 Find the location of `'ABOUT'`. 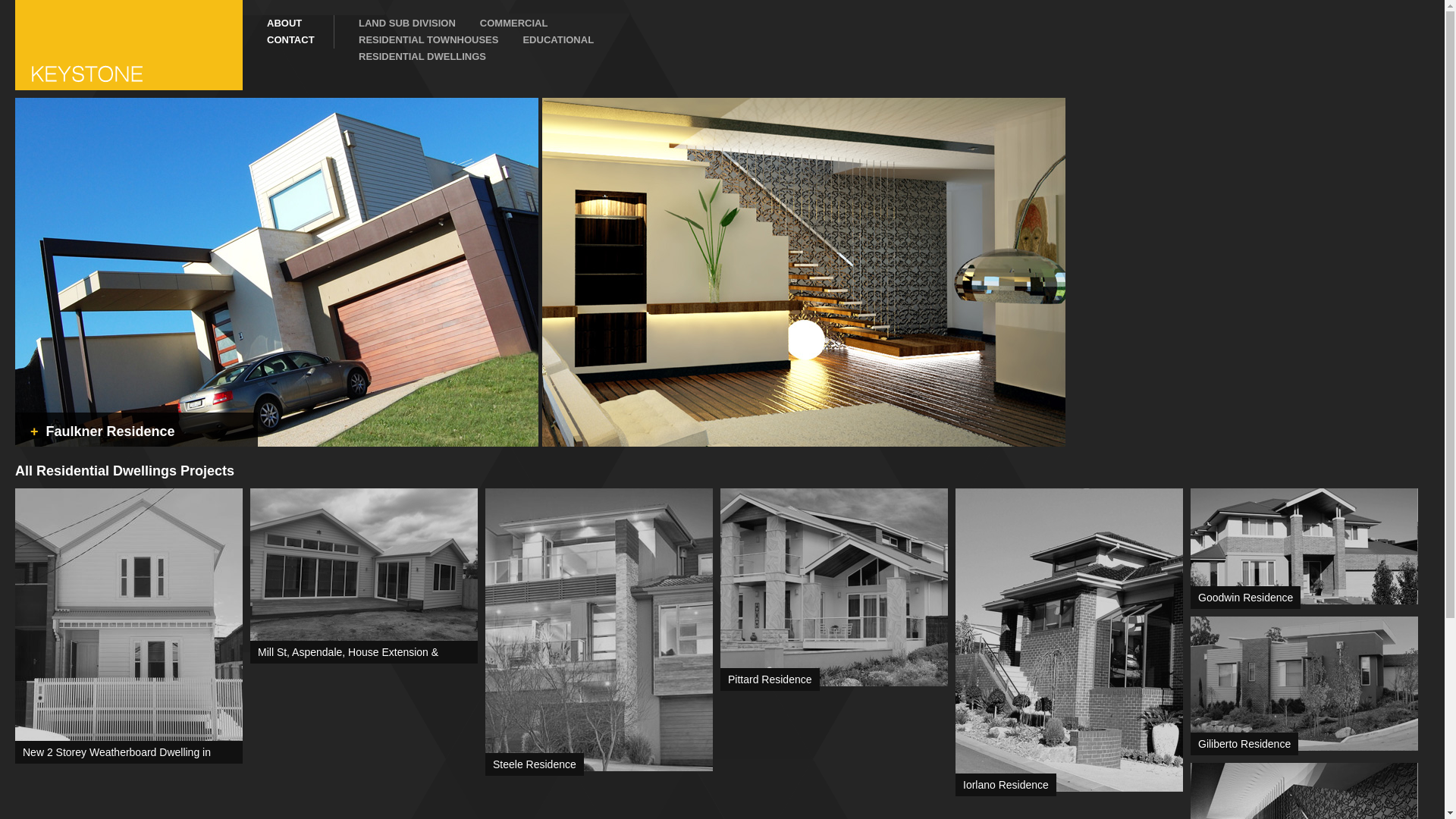

'ABOUT' is located at coordinates (287, 23).